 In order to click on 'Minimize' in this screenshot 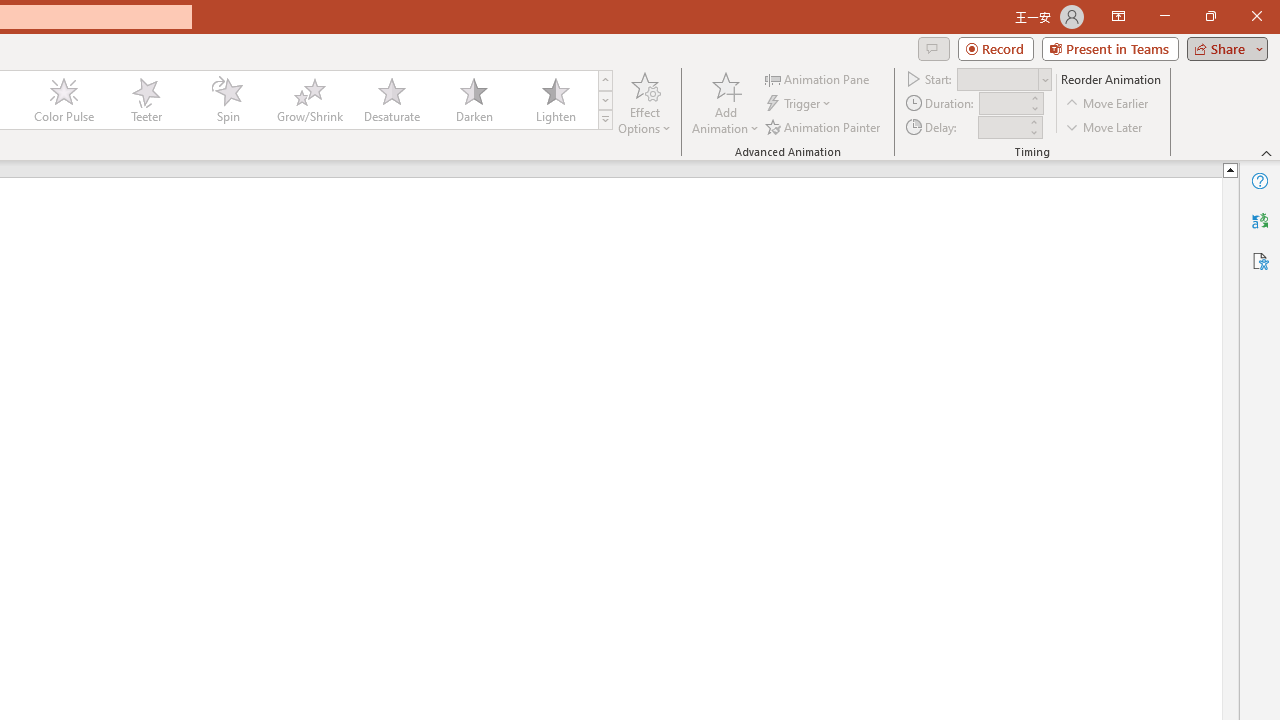, I will do `click(1164, 16)`.